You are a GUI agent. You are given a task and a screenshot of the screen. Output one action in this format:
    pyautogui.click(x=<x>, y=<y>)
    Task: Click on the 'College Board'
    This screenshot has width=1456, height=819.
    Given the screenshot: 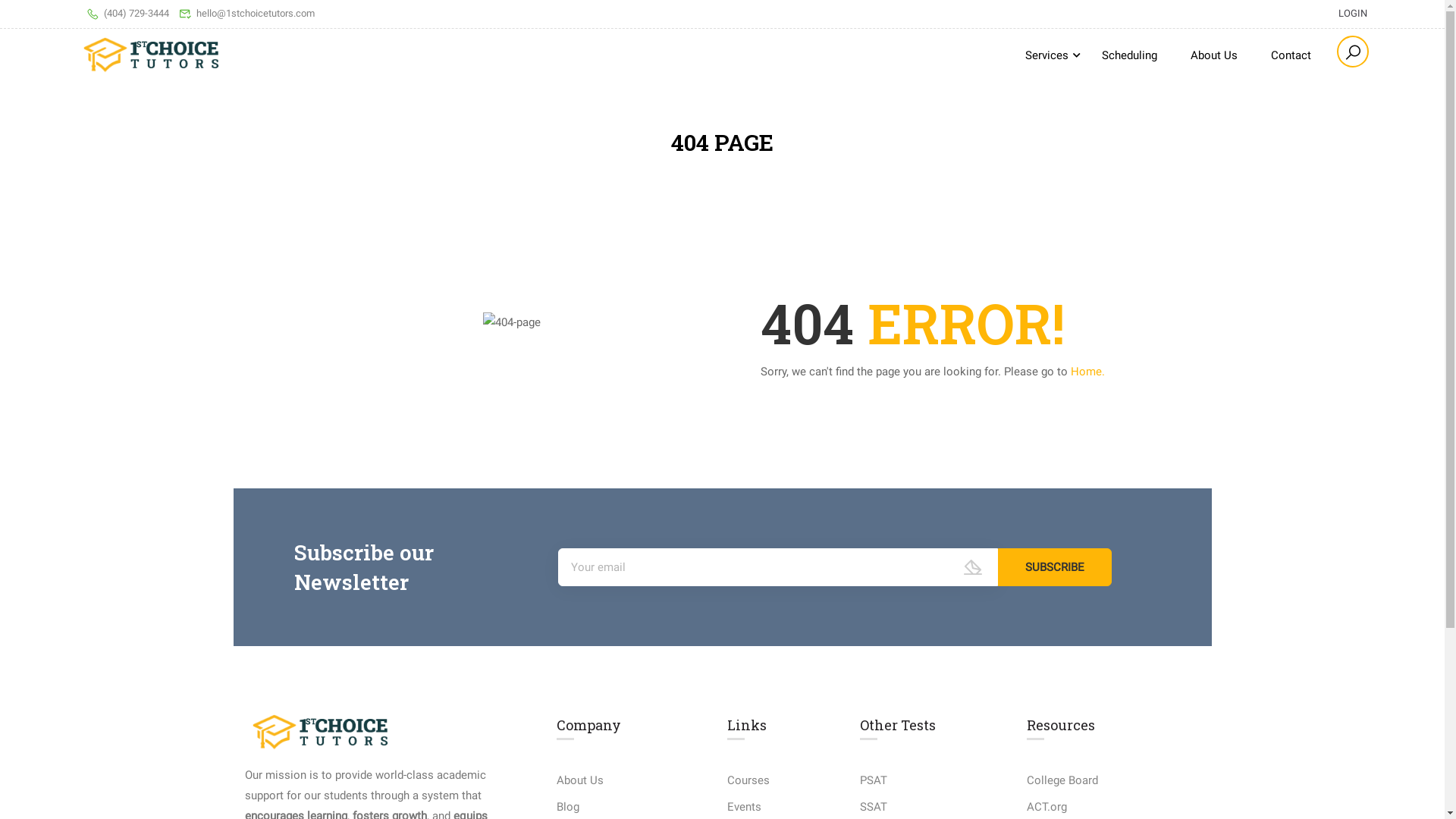 What is the action you would take?
    pyautogui.click(x=1062, y=780)
    